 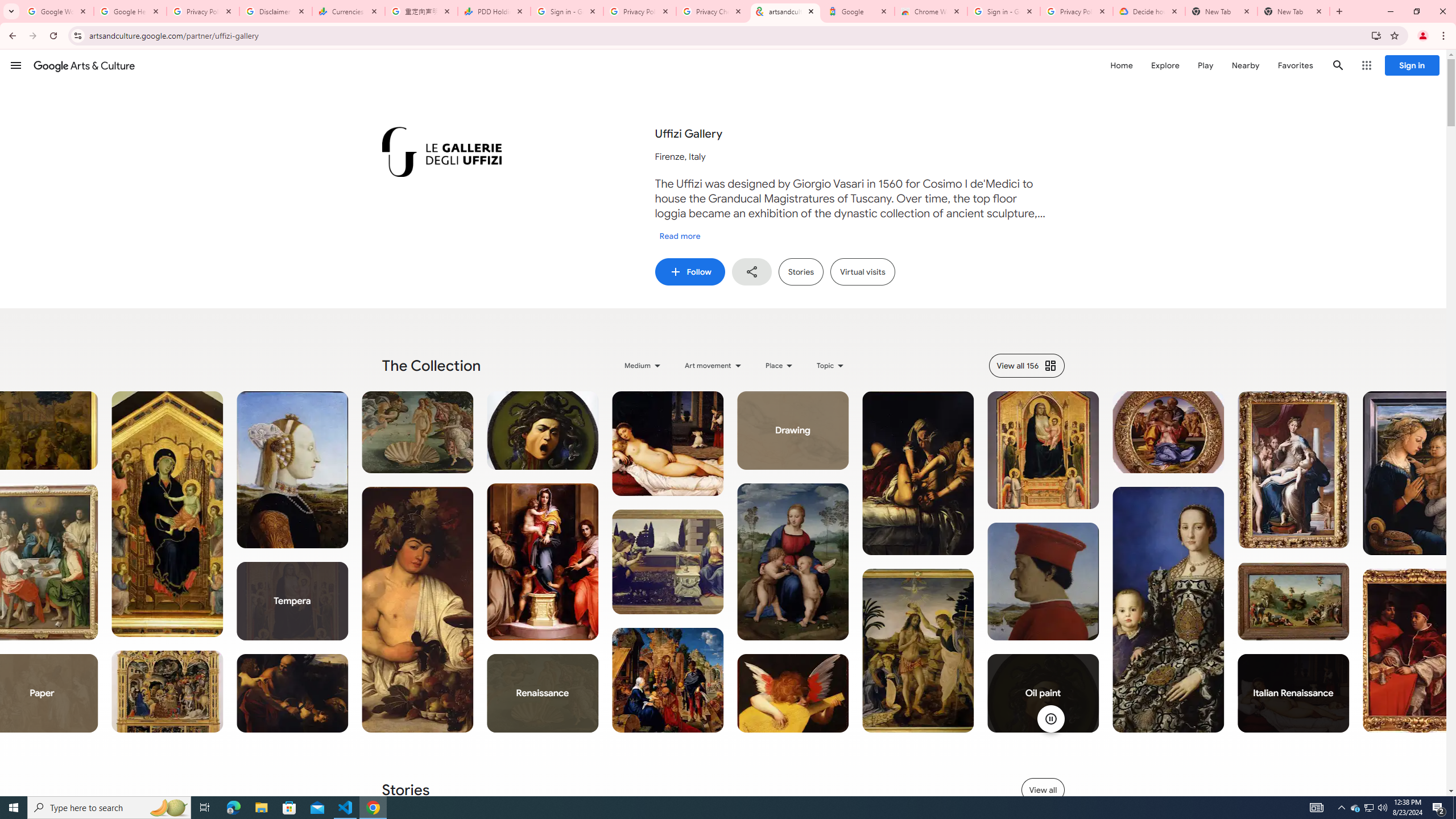 What do you see at coordinates (714, 365) in the screenshot?
I see `'Art movement'` at bounding box center [714, 365].